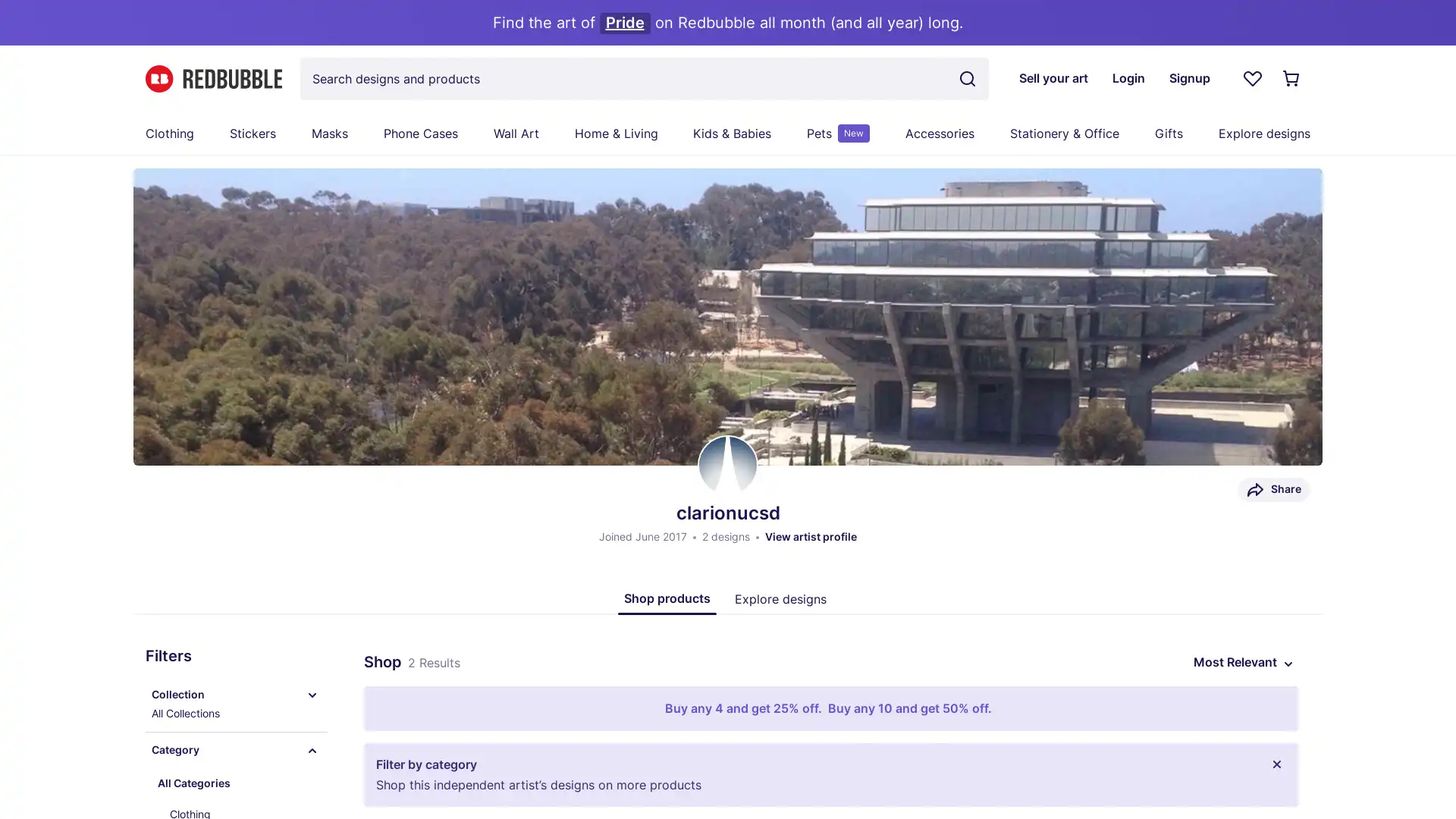 The image size is (1456, 819). I want to click on All Categories, so click(236, 783).